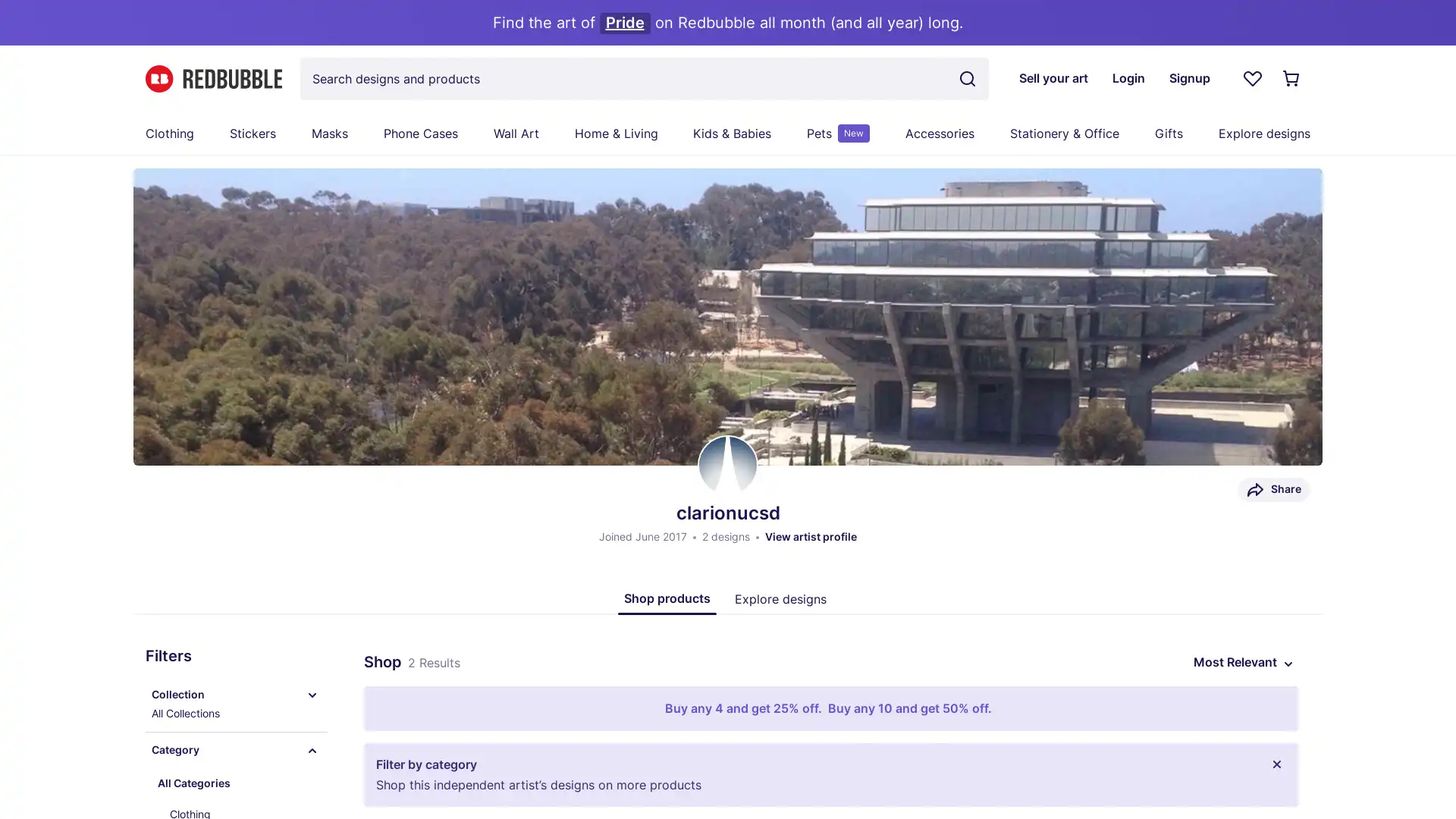 The image size is (1456, 819). I want to click on All Categories, so click(236, 783).